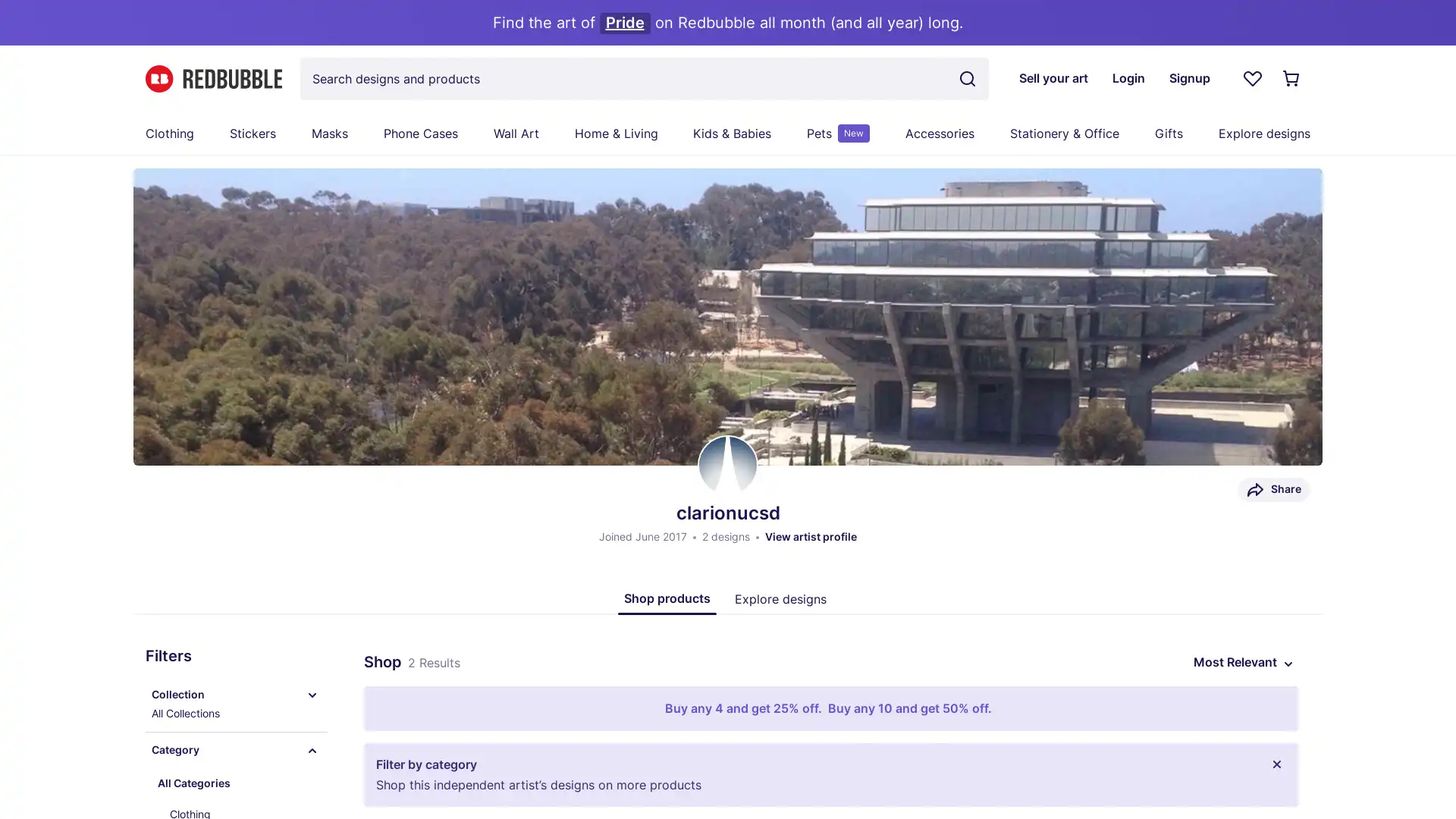 The image size is (1456, 819). I want to click on All Categories, so click(236, 783).